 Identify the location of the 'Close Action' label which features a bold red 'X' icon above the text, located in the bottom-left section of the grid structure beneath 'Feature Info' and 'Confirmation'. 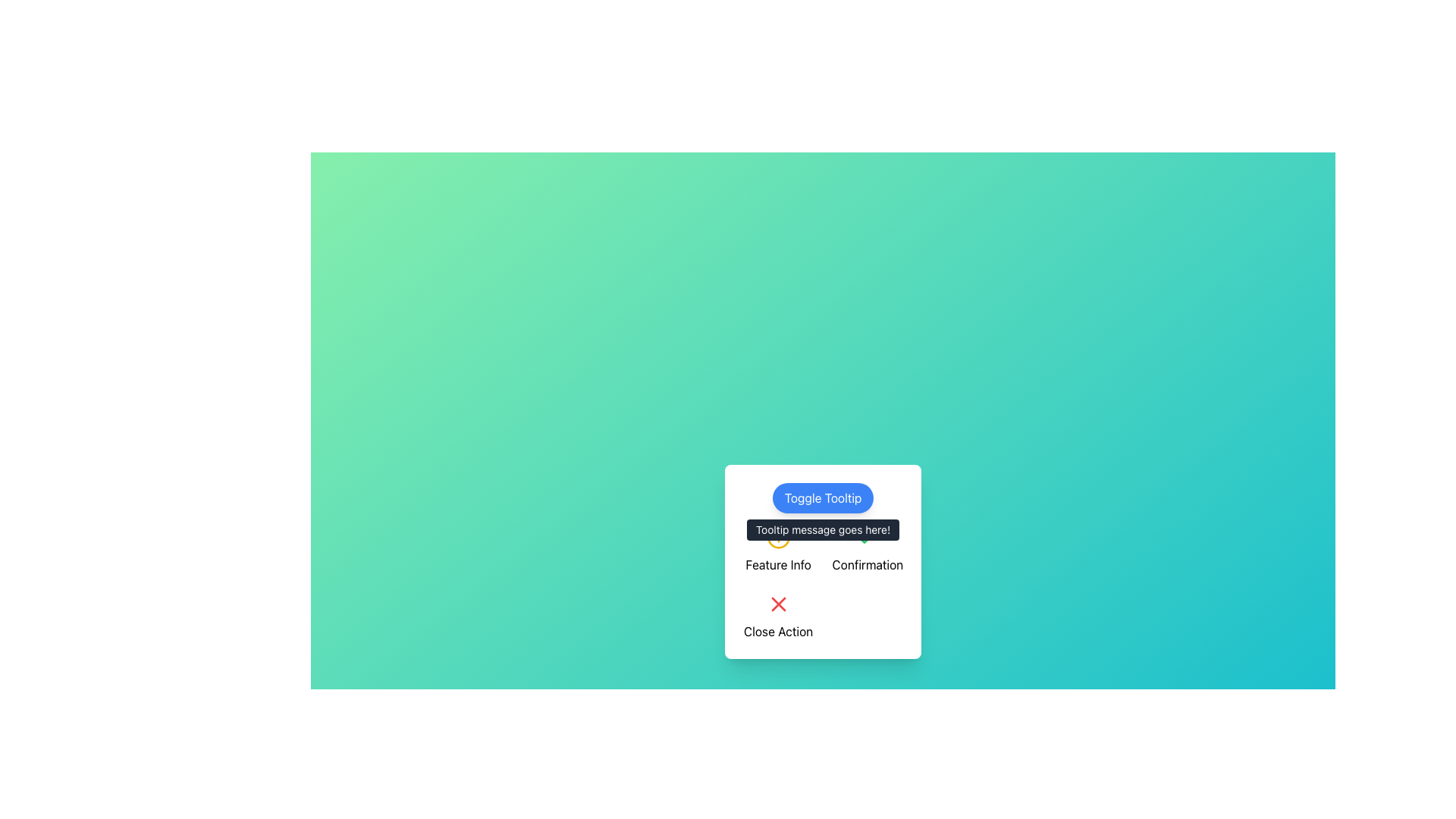
(778, 617).